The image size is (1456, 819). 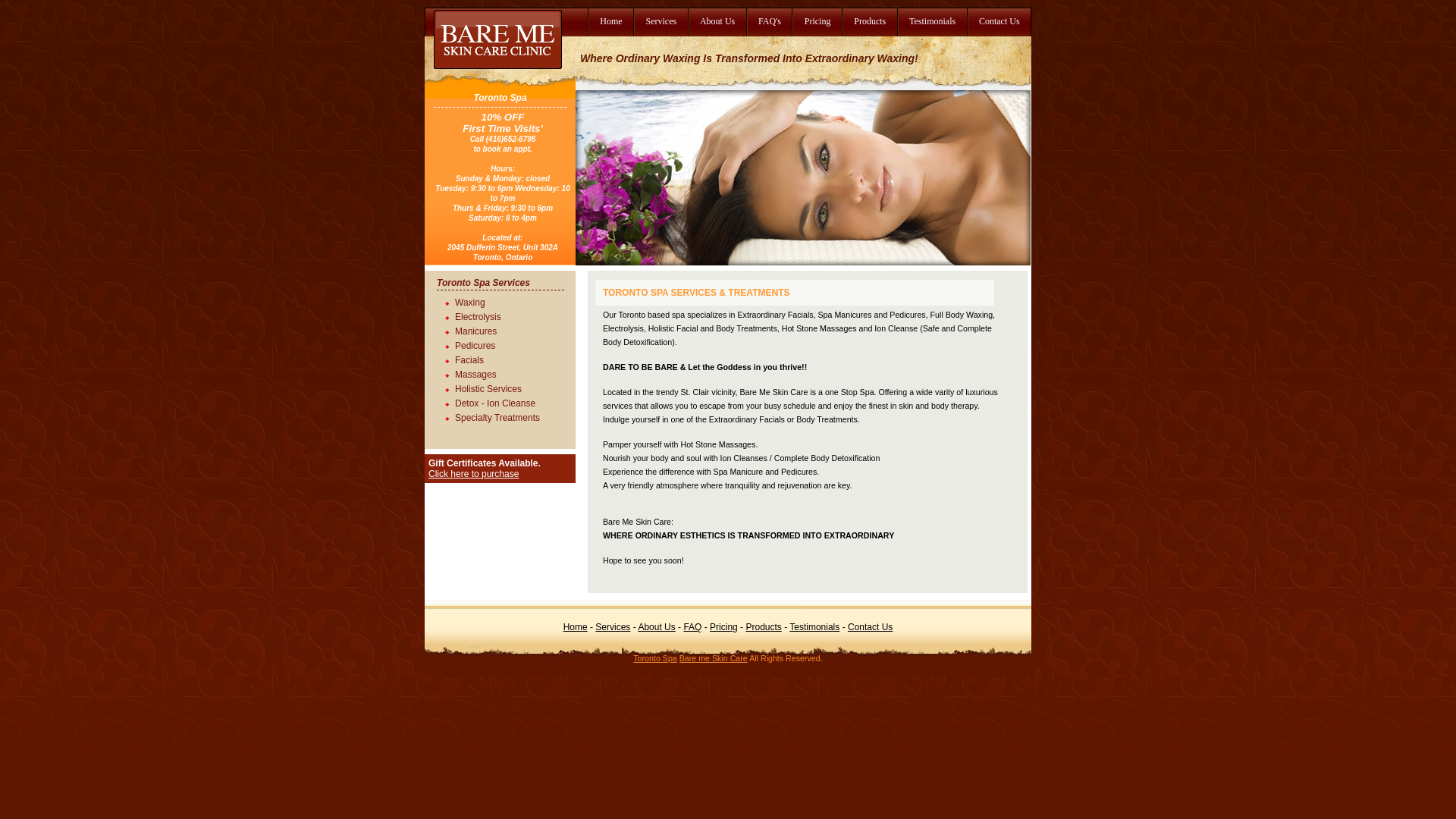 What do you see at coordinates (512, 358) in the screenshot?
I see `'Facials'` at bounding box center [512, 358].